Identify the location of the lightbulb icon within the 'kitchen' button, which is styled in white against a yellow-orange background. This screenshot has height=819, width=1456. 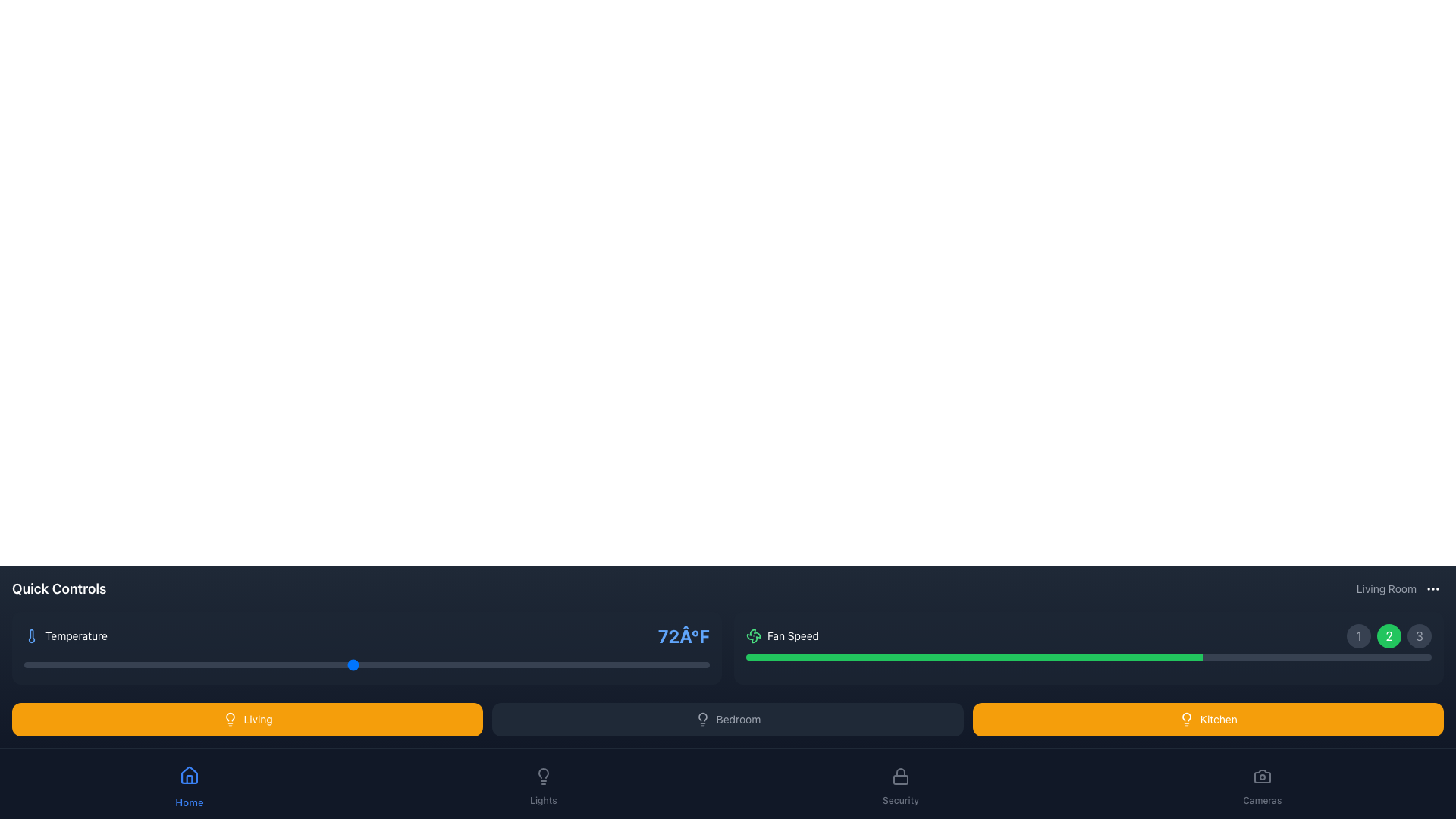
(1185, 718).